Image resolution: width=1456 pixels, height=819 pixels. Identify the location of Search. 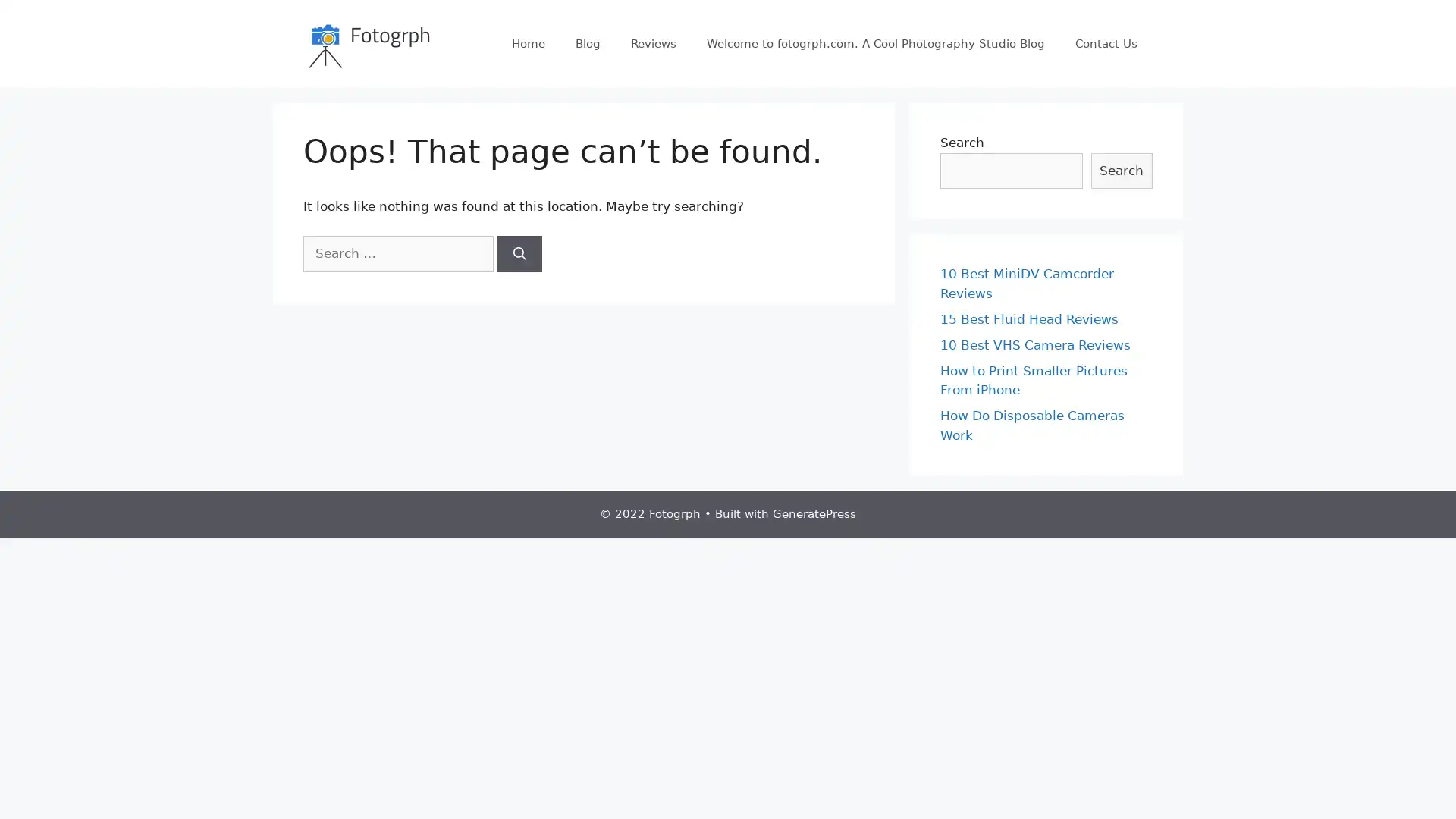
(1121, 170).